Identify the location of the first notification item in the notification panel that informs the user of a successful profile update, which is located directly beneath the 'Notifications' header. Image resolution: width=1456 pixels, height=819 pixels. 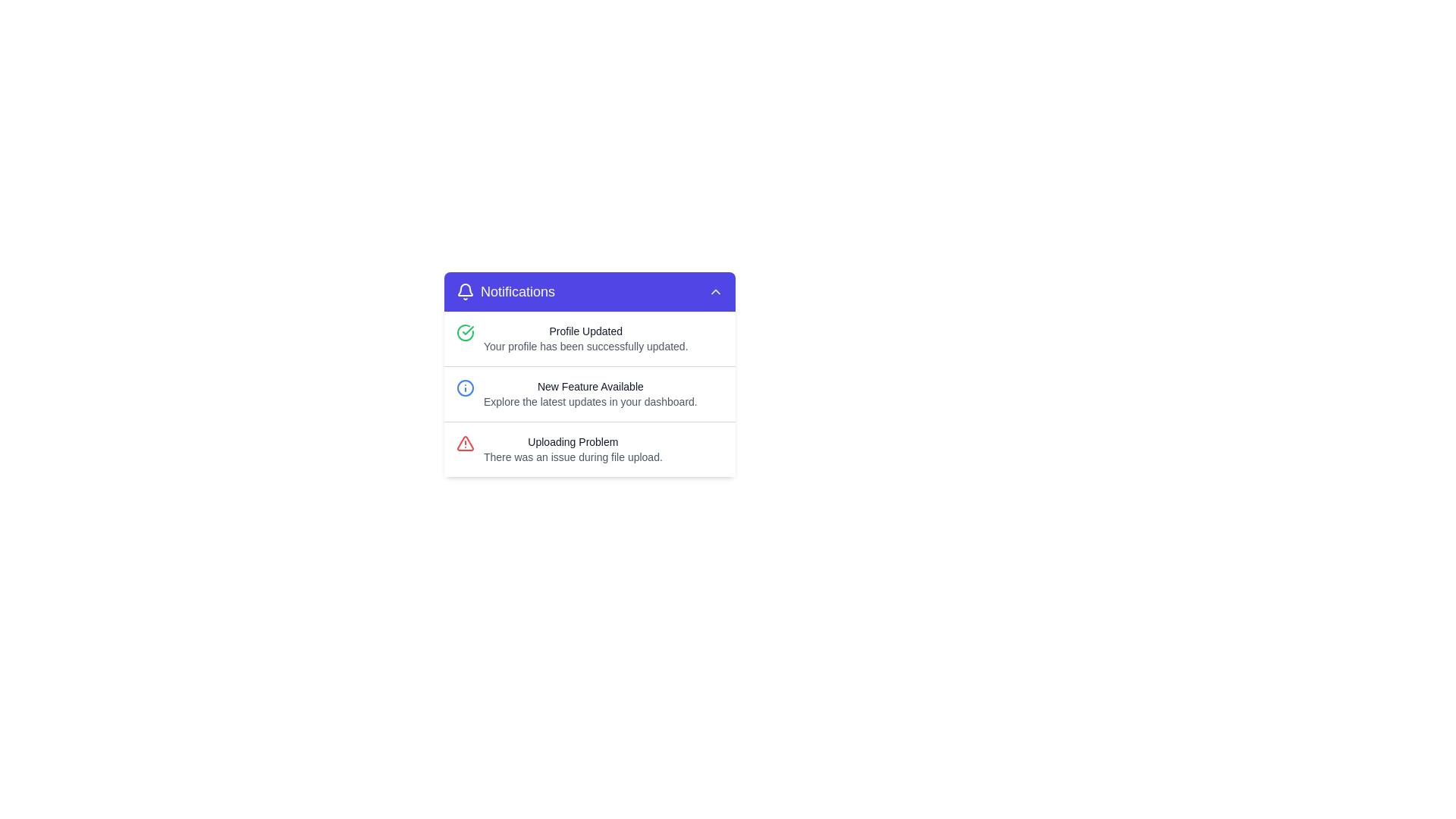
(588, 338).